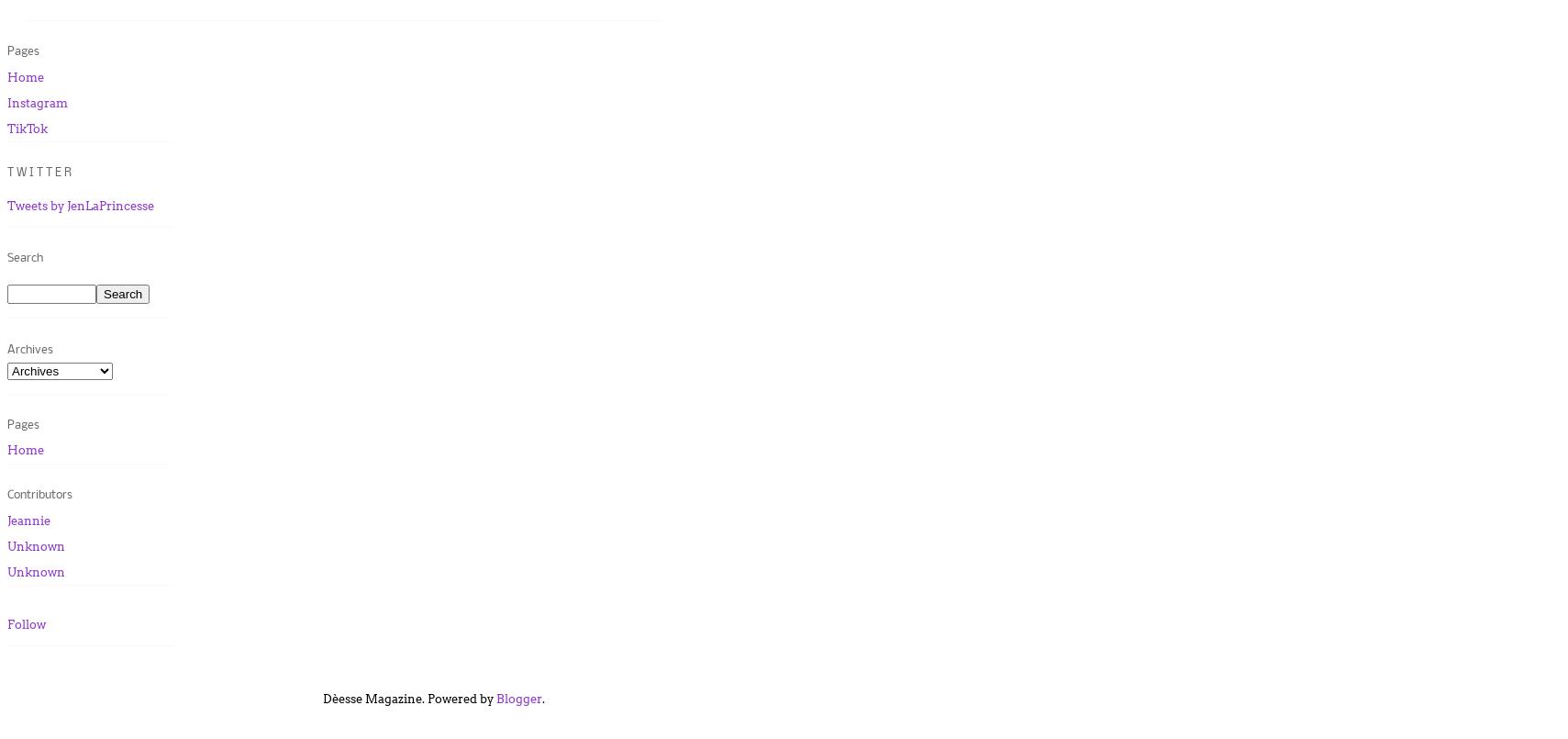  Describe the element at coordinates (39, 172) in the screenshot. I see `'T W I T T E R'` at that location.